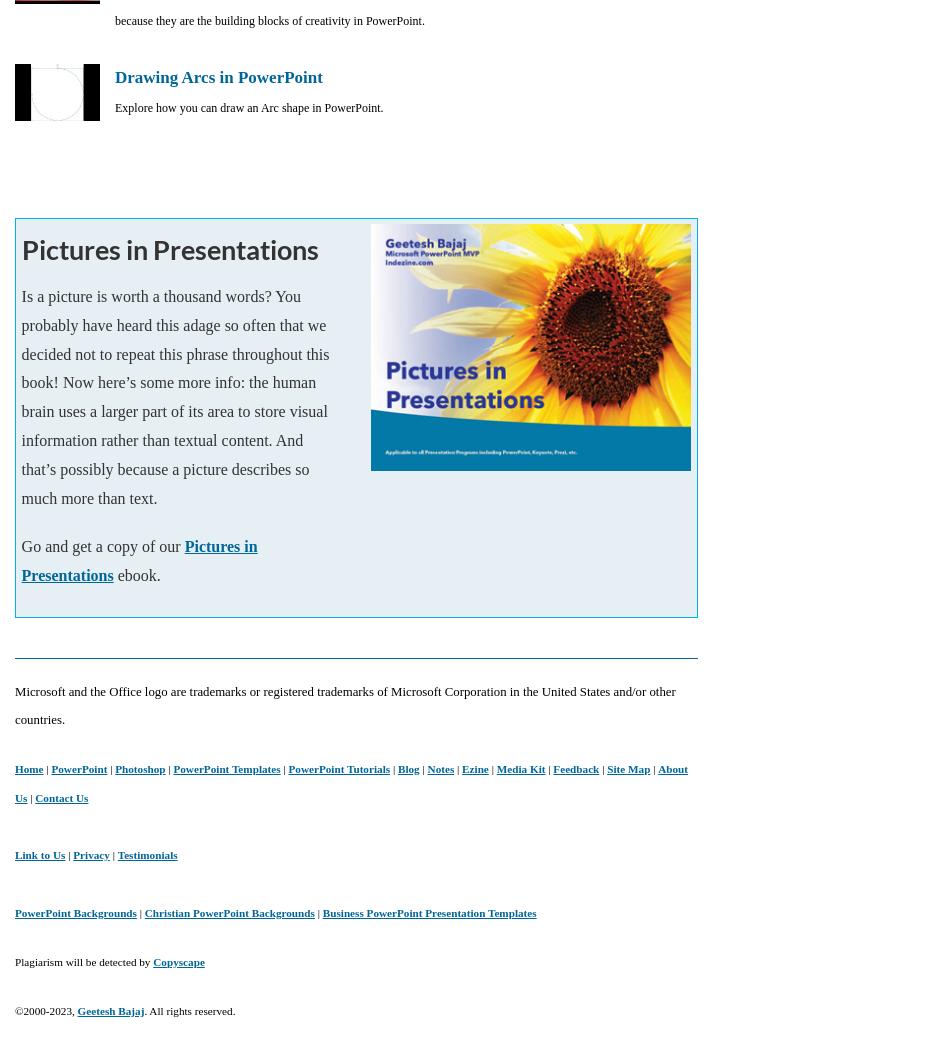 The height and width of the screenshot is (1051, 950). Describe the element at coordinates (15, 781) in the screenshot. I see `'About Us'` at that location.